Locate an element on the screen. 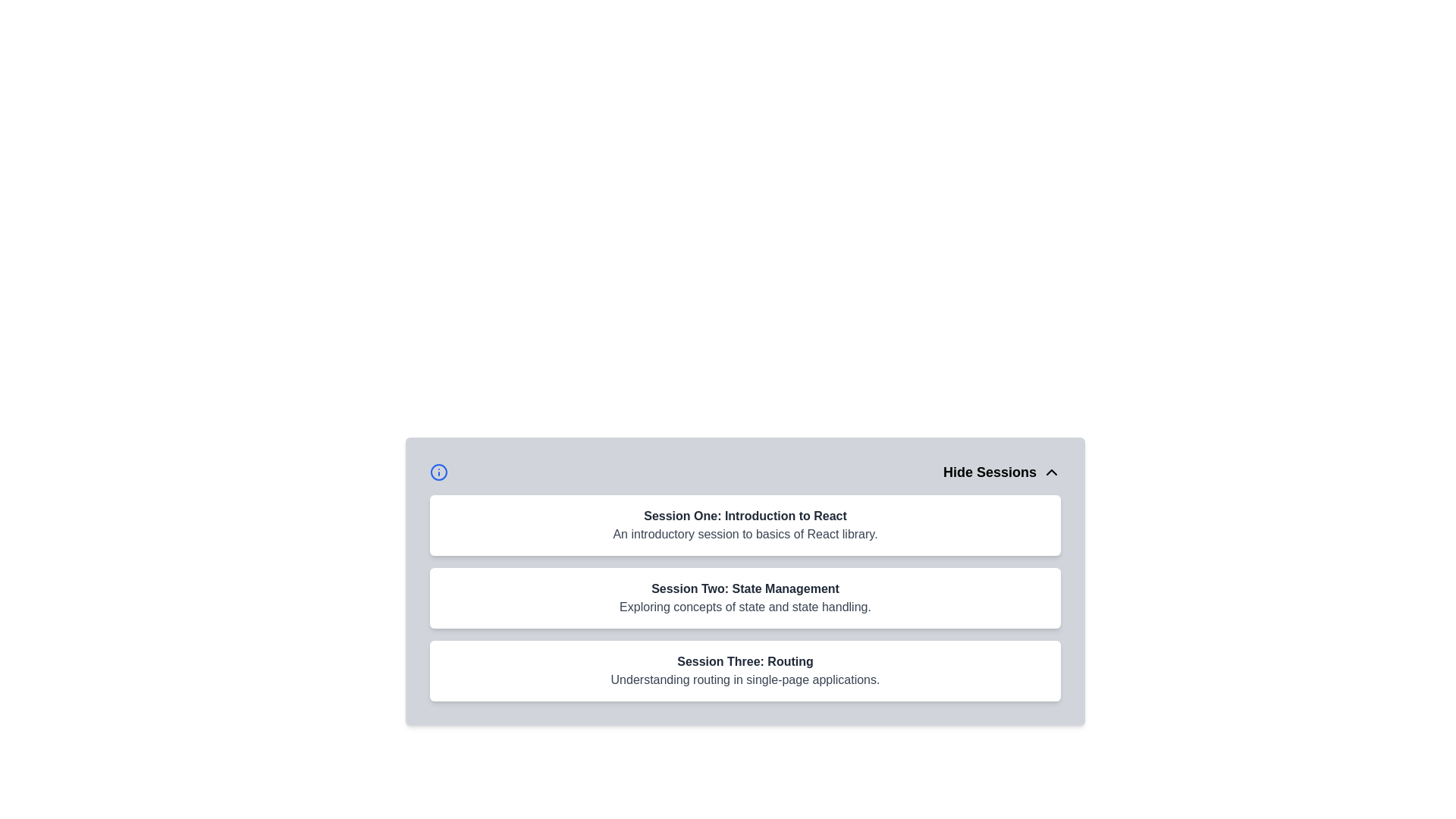 The image size is (1456, 819). the 'Hide Sessions' button-like text label with an upward chevron icon is located at coordinates (1002, 472).